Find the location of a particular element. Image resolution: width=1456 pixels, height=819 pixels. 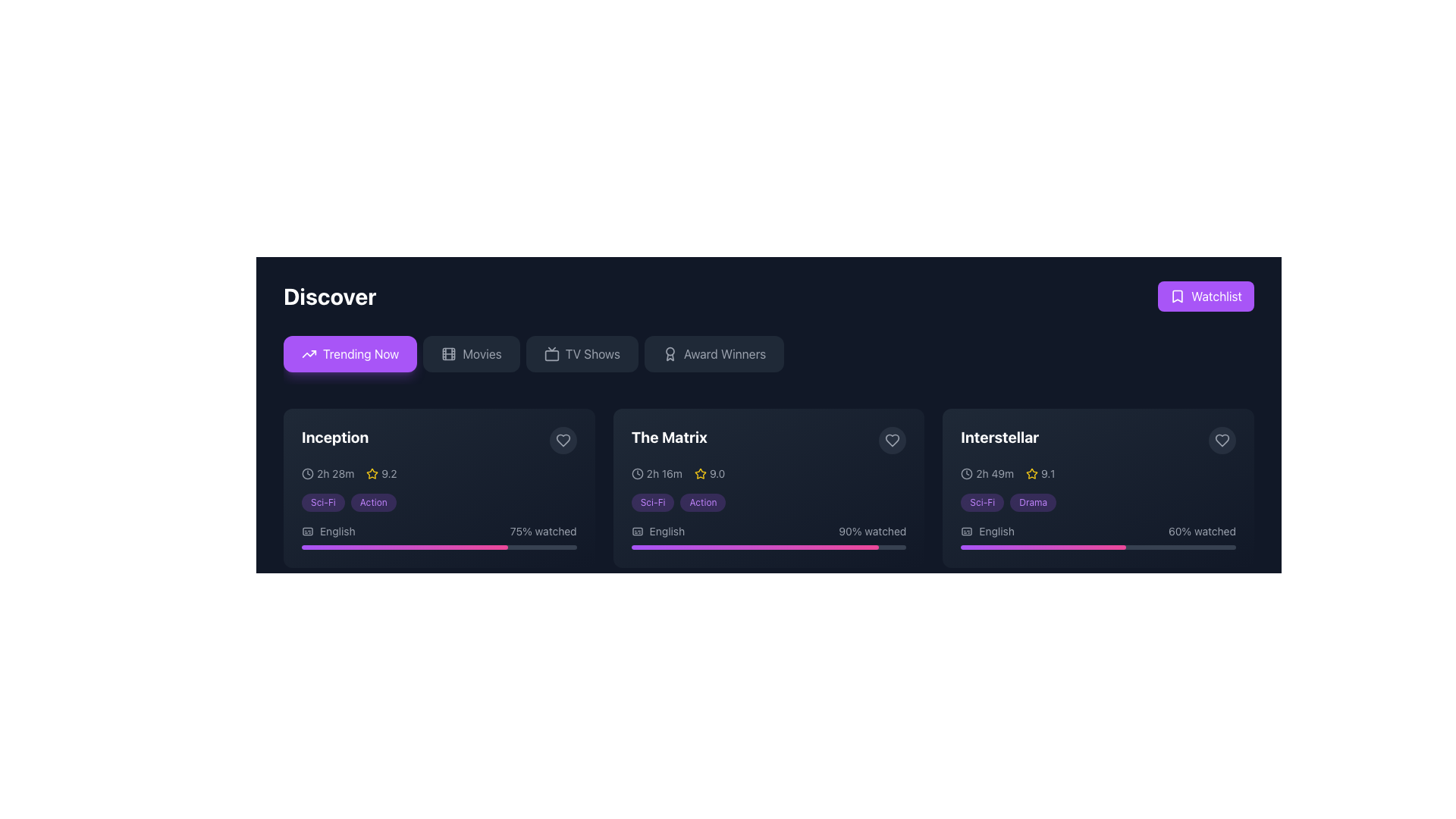

the circular base of the clock icon representing time is located at coordinates (966, 472).